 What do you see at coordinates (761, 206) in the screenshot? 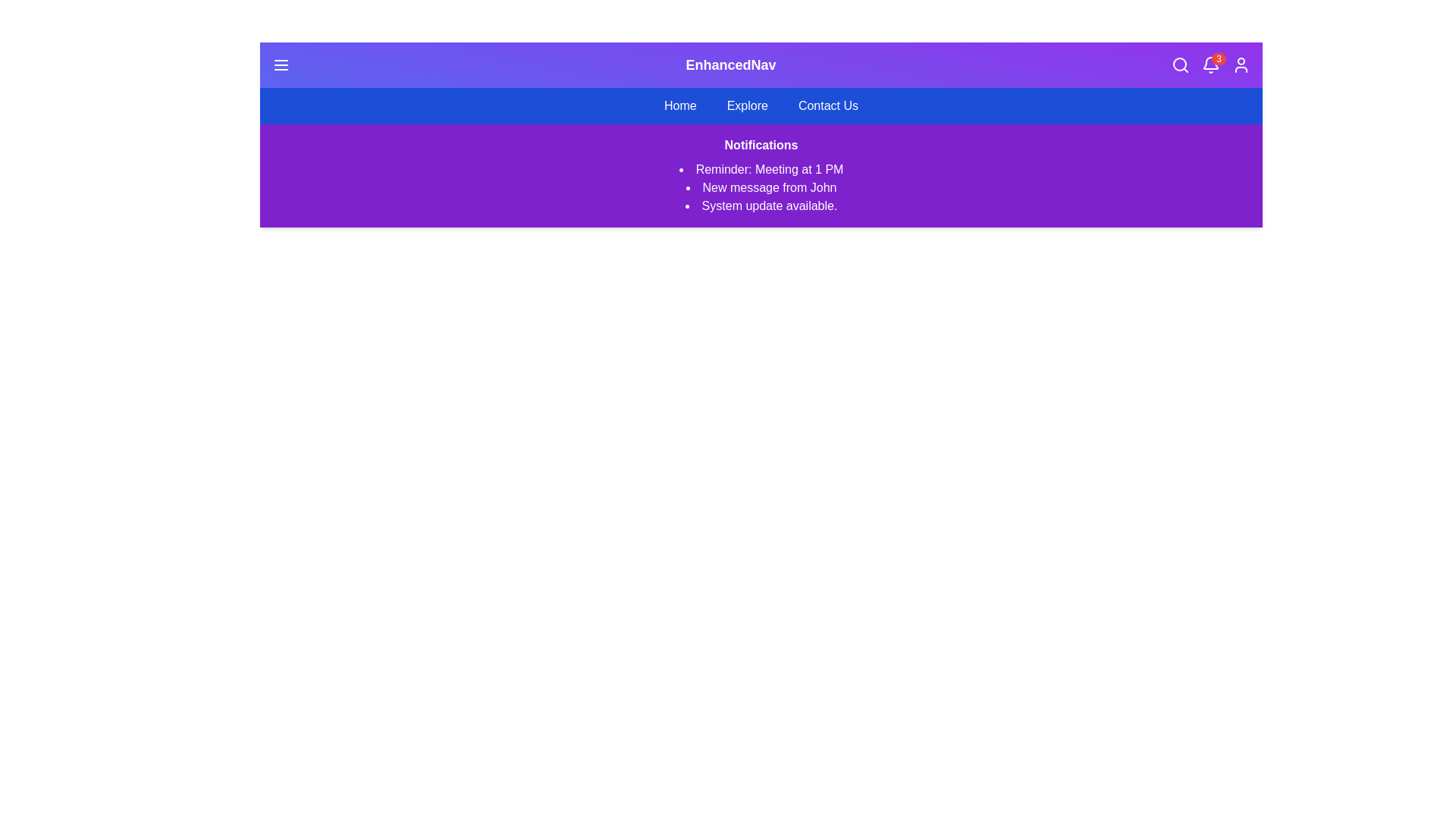
I see `notification information displayed as the third bullet in the 'Notifications' section, which informs users about a system update` at bounding box center [761, 206].